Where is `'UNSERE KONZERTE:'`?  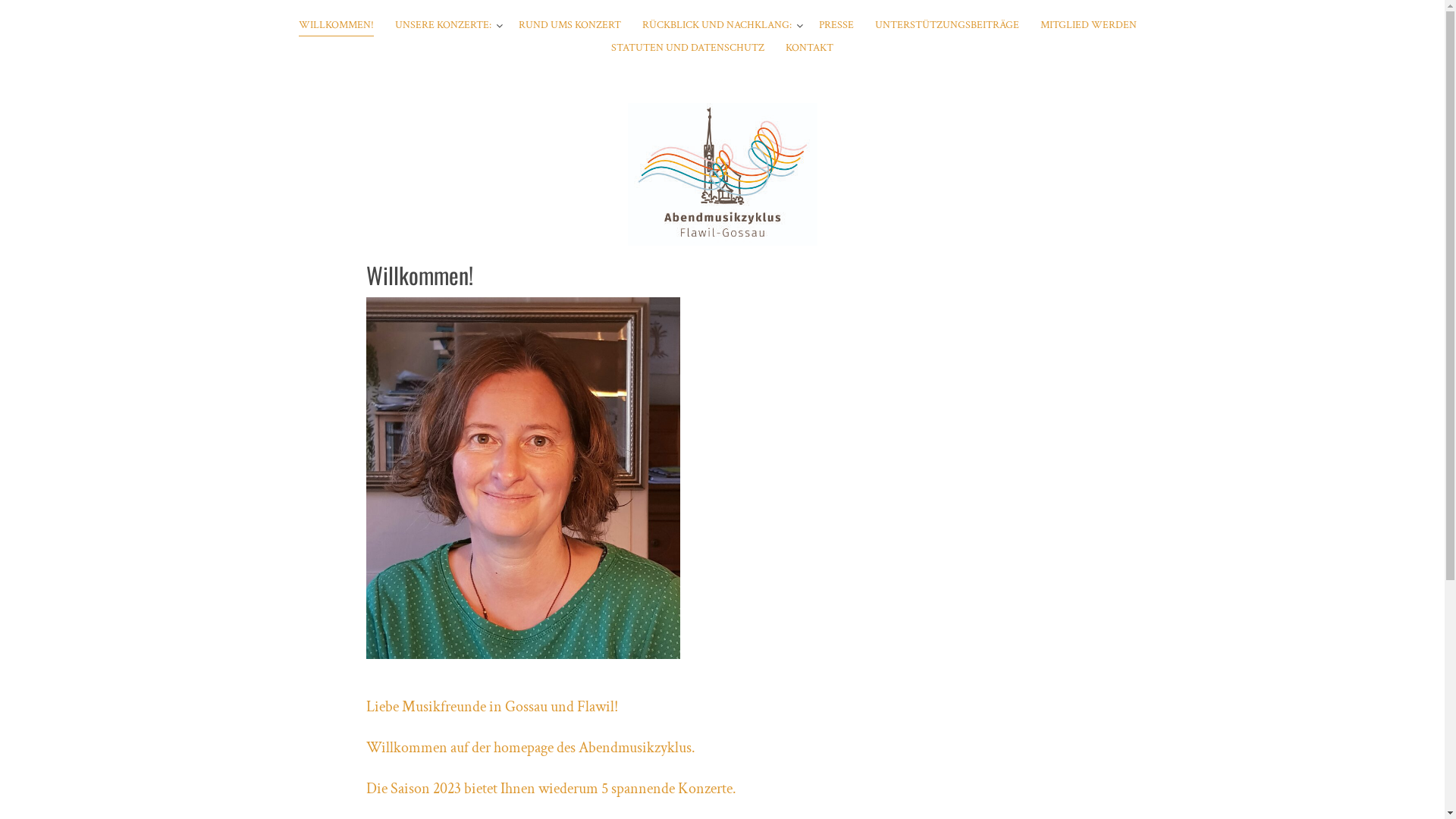
'UNSERE KONZERTE:' is located at coordinates (395, 26).